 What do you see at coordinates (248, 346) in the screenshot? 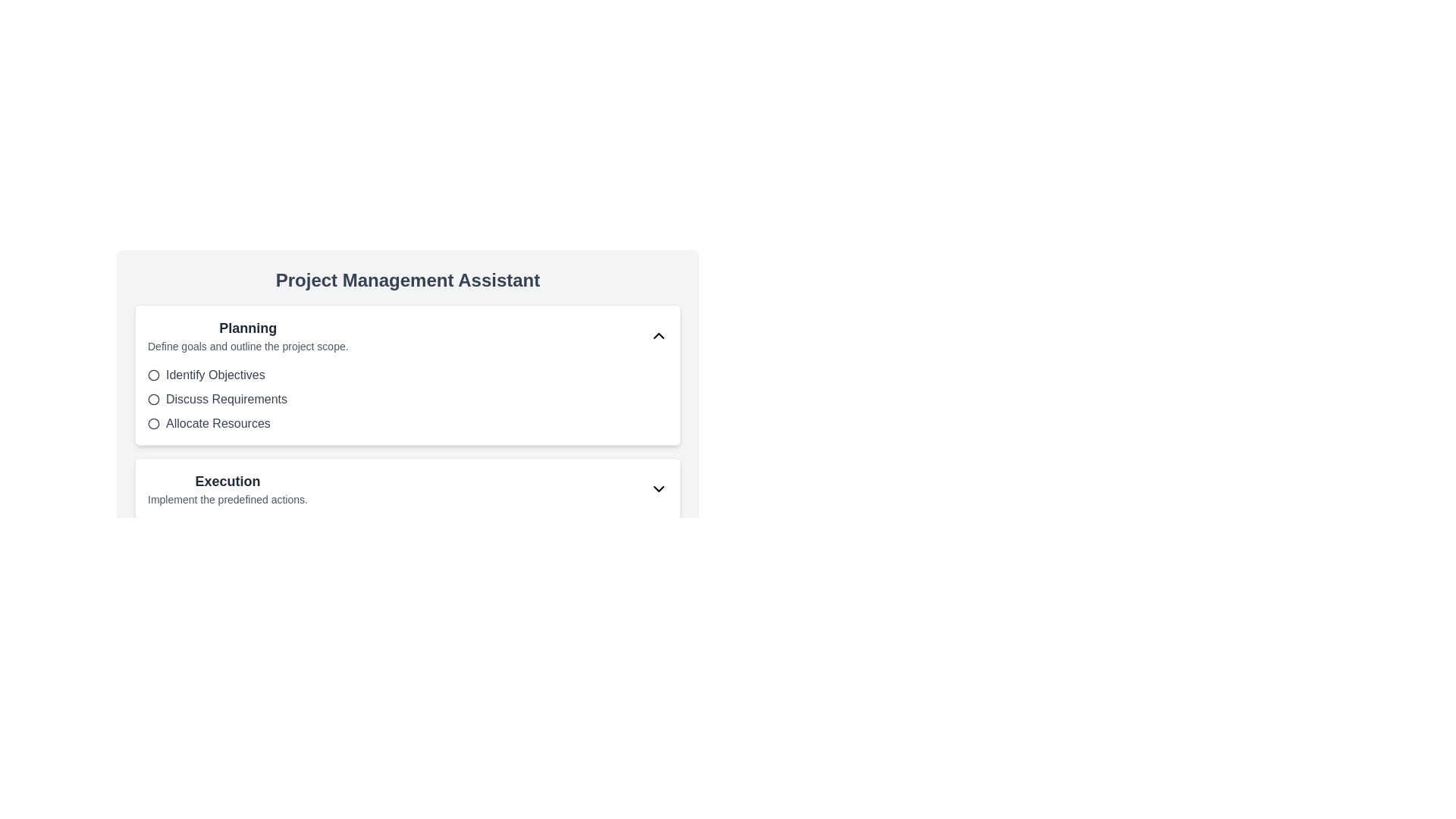
I see `the descriptive text label located in the 'Planning' section, which provides an overview related to defining goals and outlining the project scope` at bounding box center [248, 346].